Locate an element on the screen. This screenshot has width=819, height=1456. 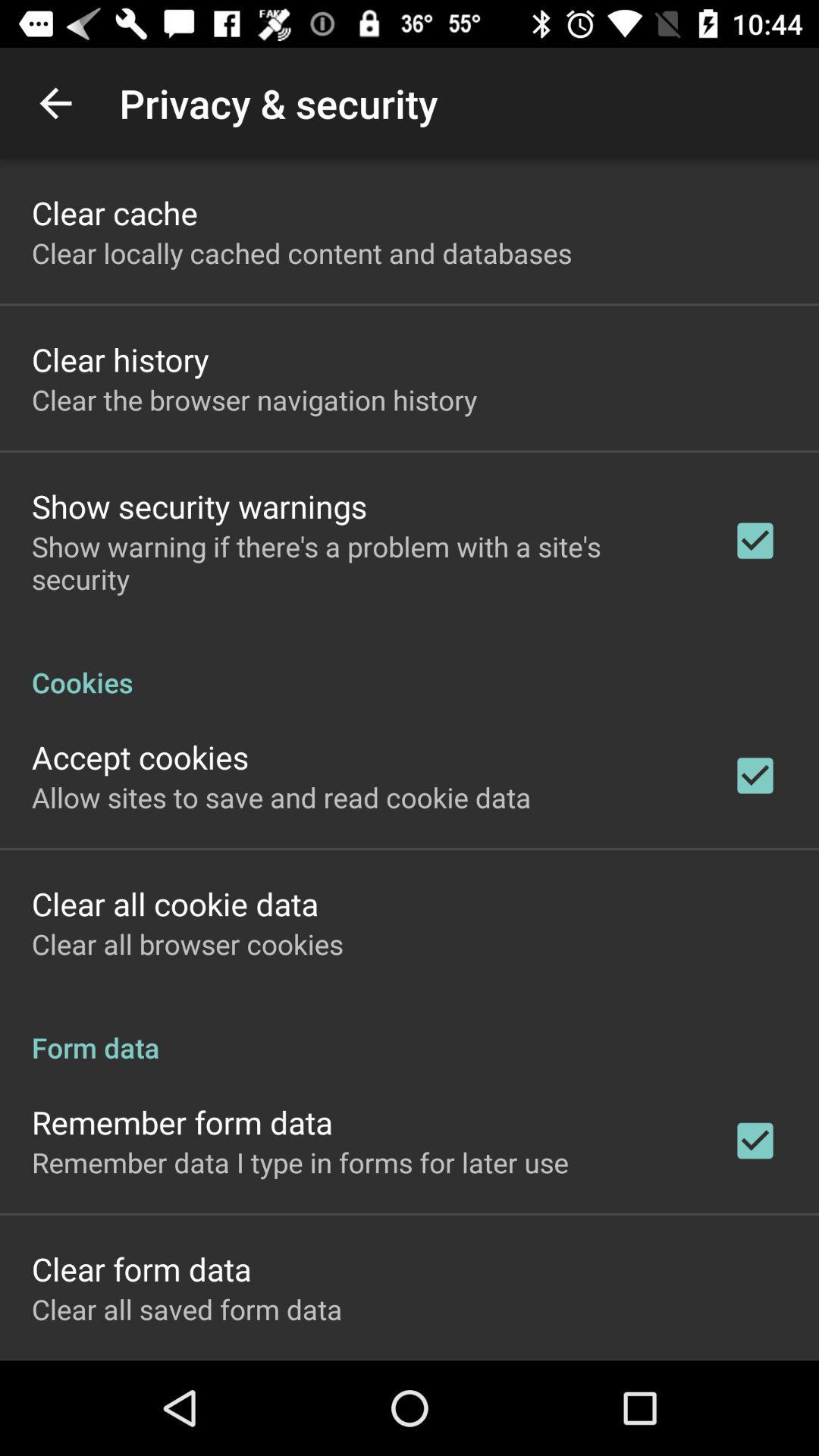
the show warning if is located at coordinates (362, 562).